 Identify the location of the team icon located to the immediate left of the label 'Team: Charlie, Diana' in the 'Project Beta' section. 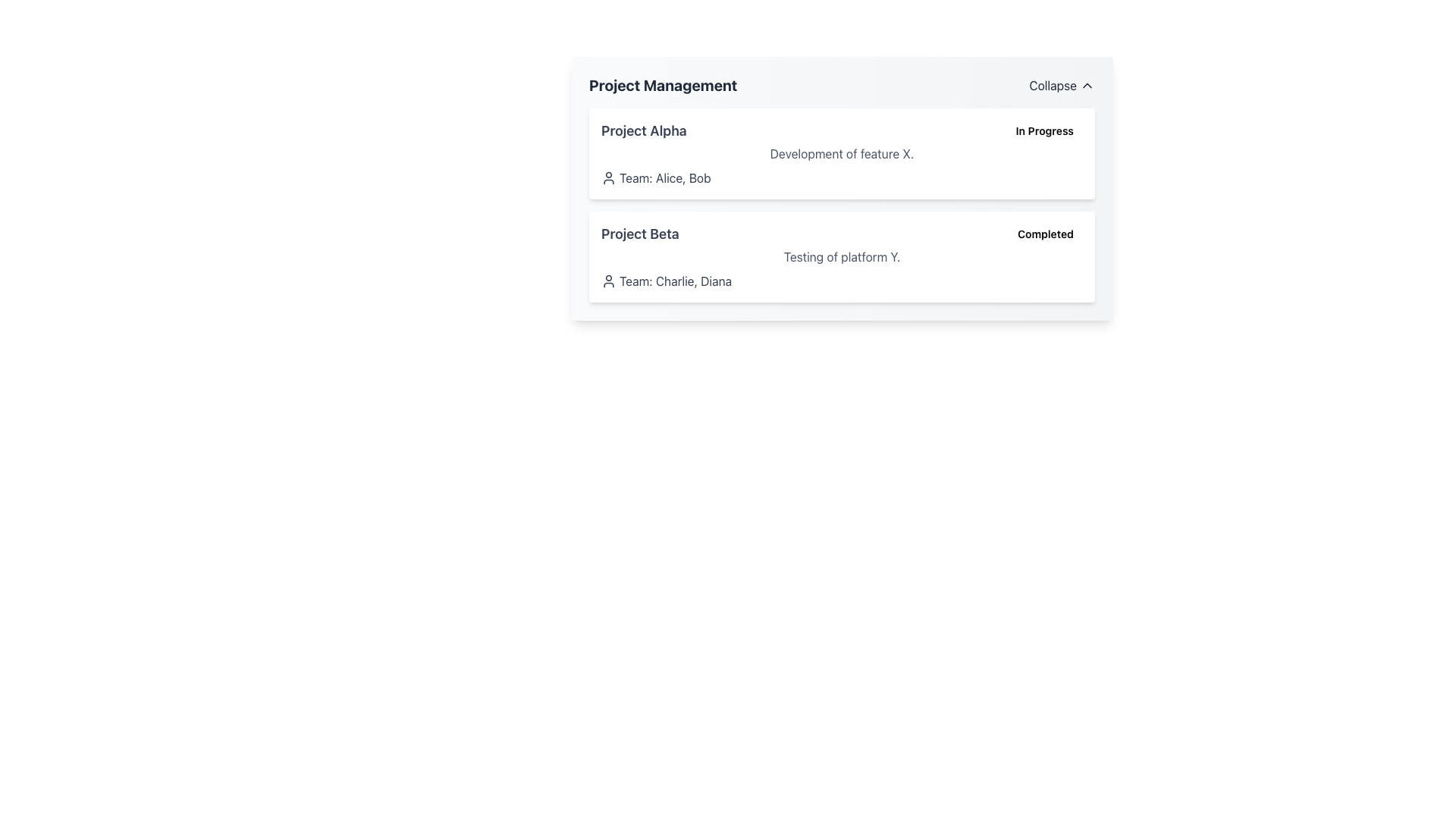
(608, 281).